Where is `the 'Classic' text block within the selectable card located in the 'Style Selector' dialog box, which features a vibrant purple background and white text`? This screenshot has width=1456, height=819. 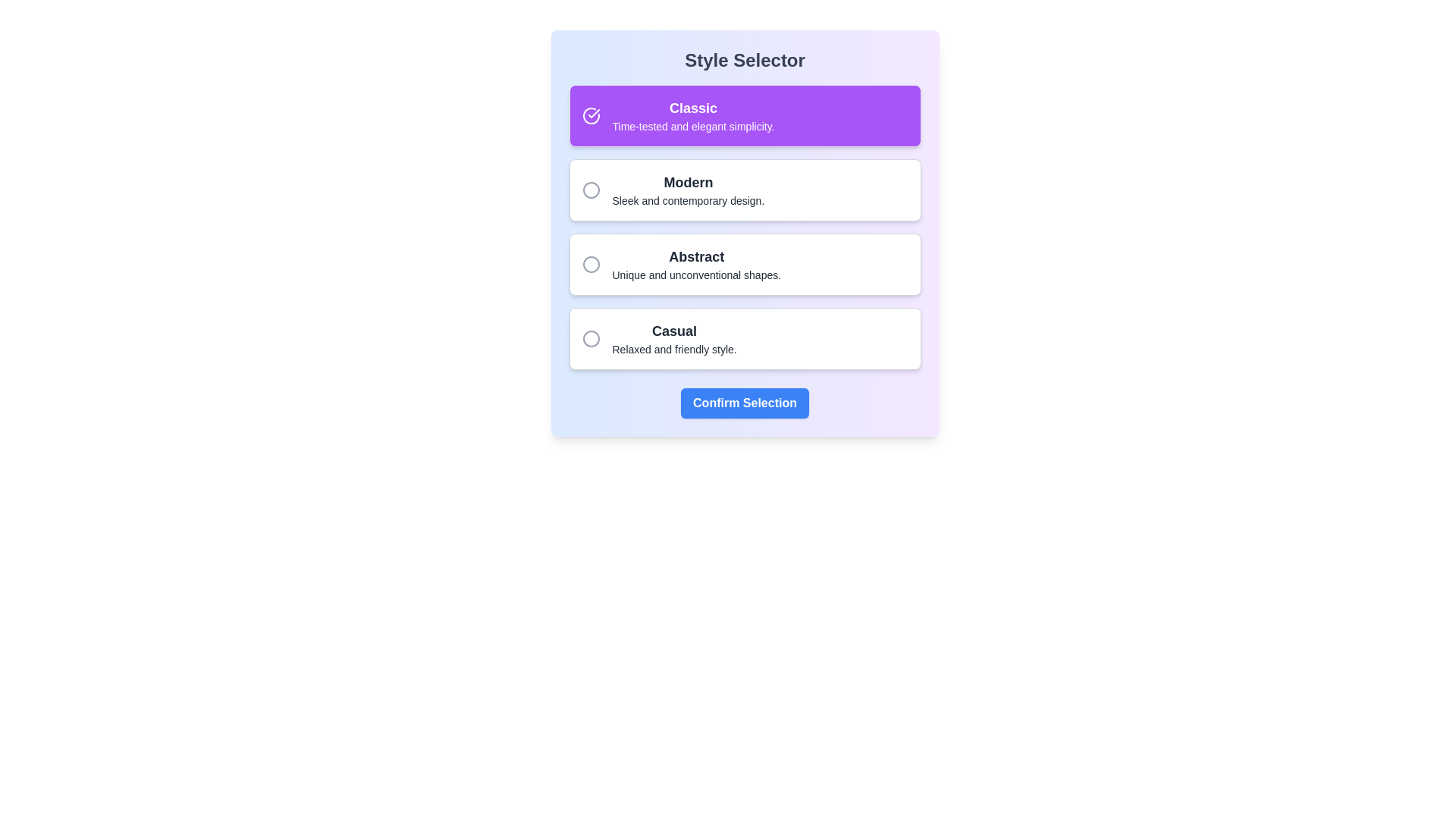
the 'Classic' text block within the selectable card located in the 'Style Selector' dialog box, which features a vibrant purple background and white text is located at coordinates (692, 115).